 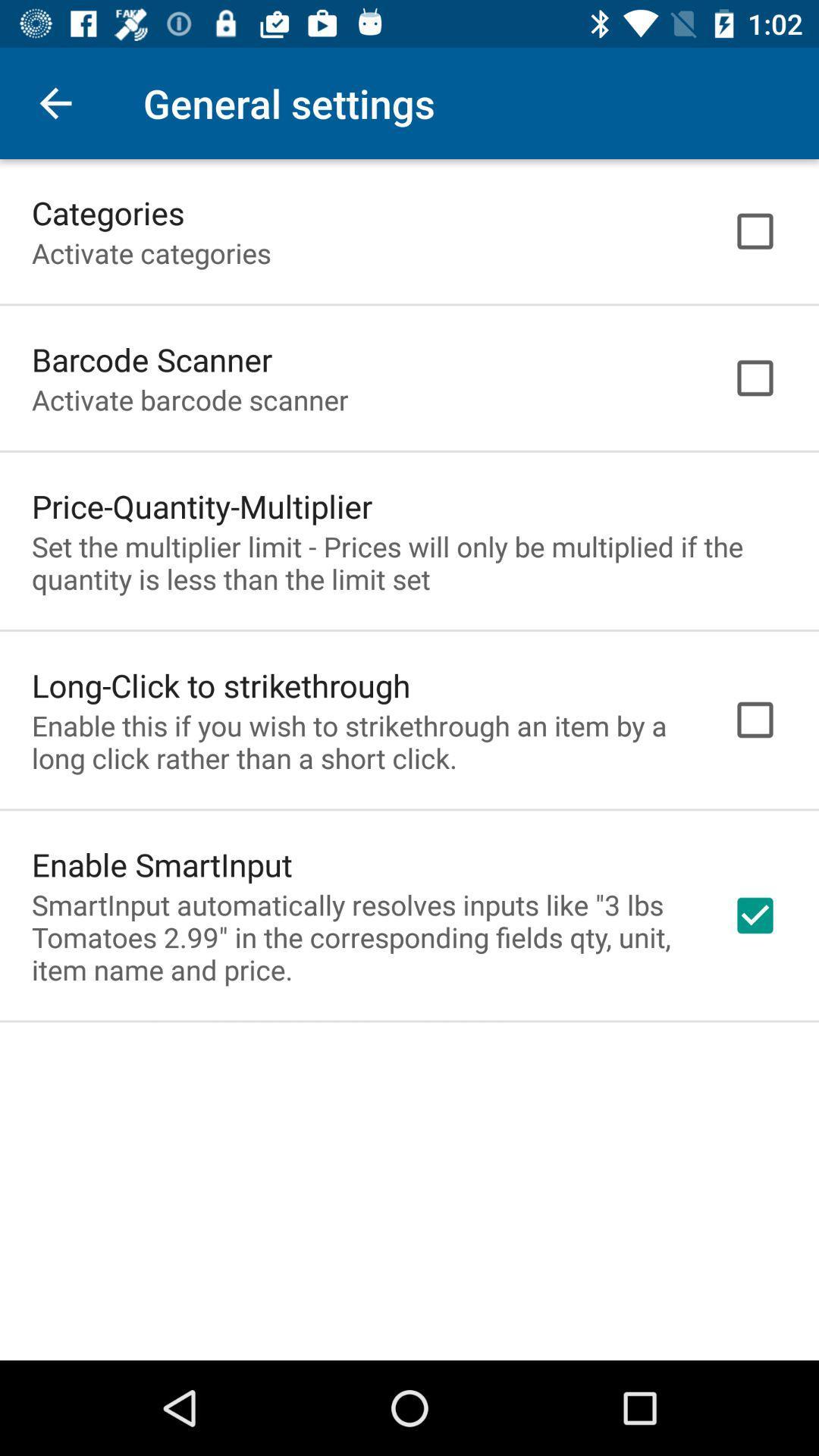 What do you see at coordinates (409, 562) in the screenshot?
I see `the set the multiplier icon` at bounding box center [409, 562].